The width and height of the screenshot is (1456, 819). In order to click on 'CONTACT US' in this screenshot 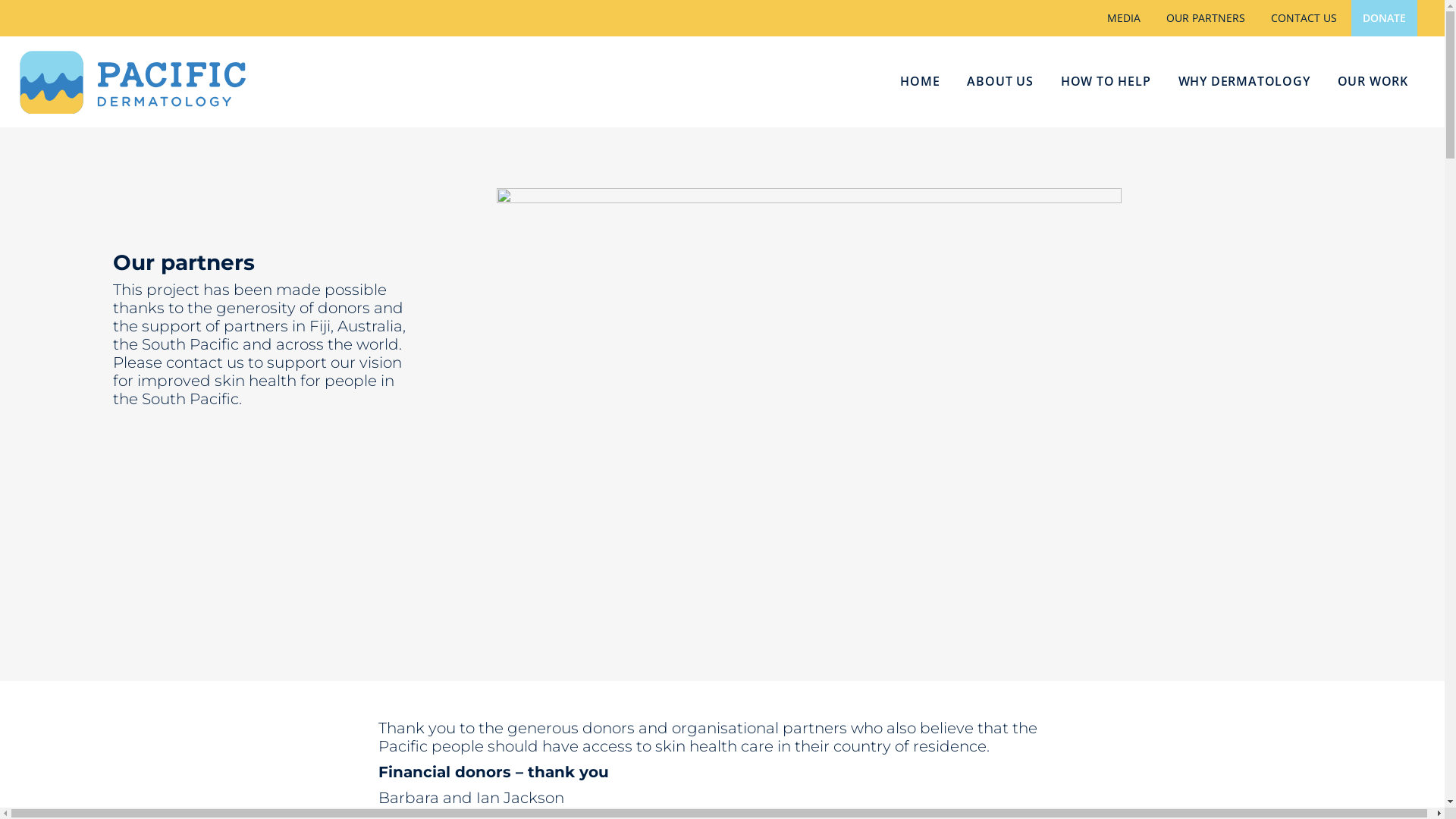, I will do `click(1303, 17)`.